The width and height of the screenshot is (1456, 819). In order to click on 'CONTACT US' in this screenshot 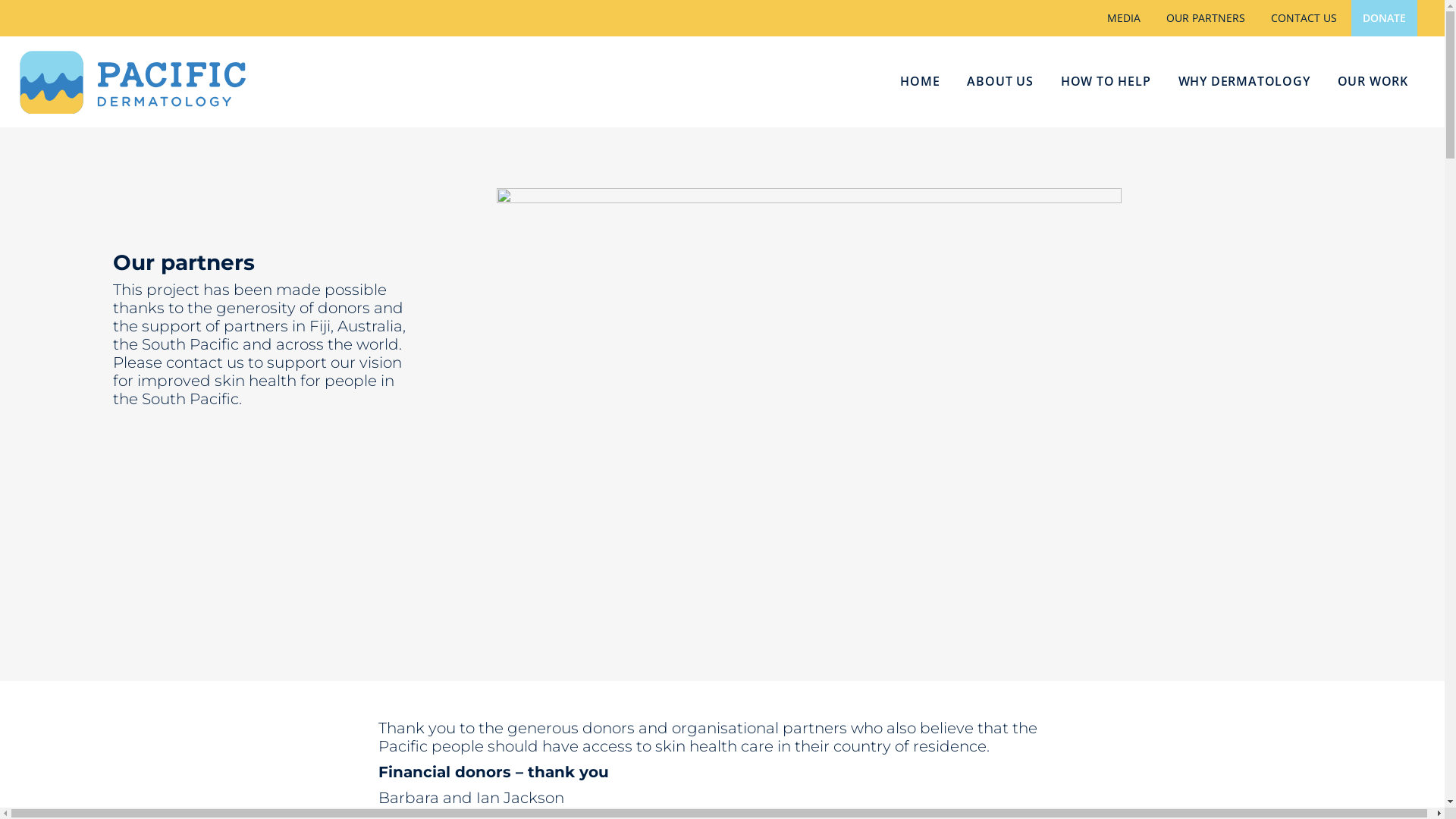, I will do `click(1303, 17)`.